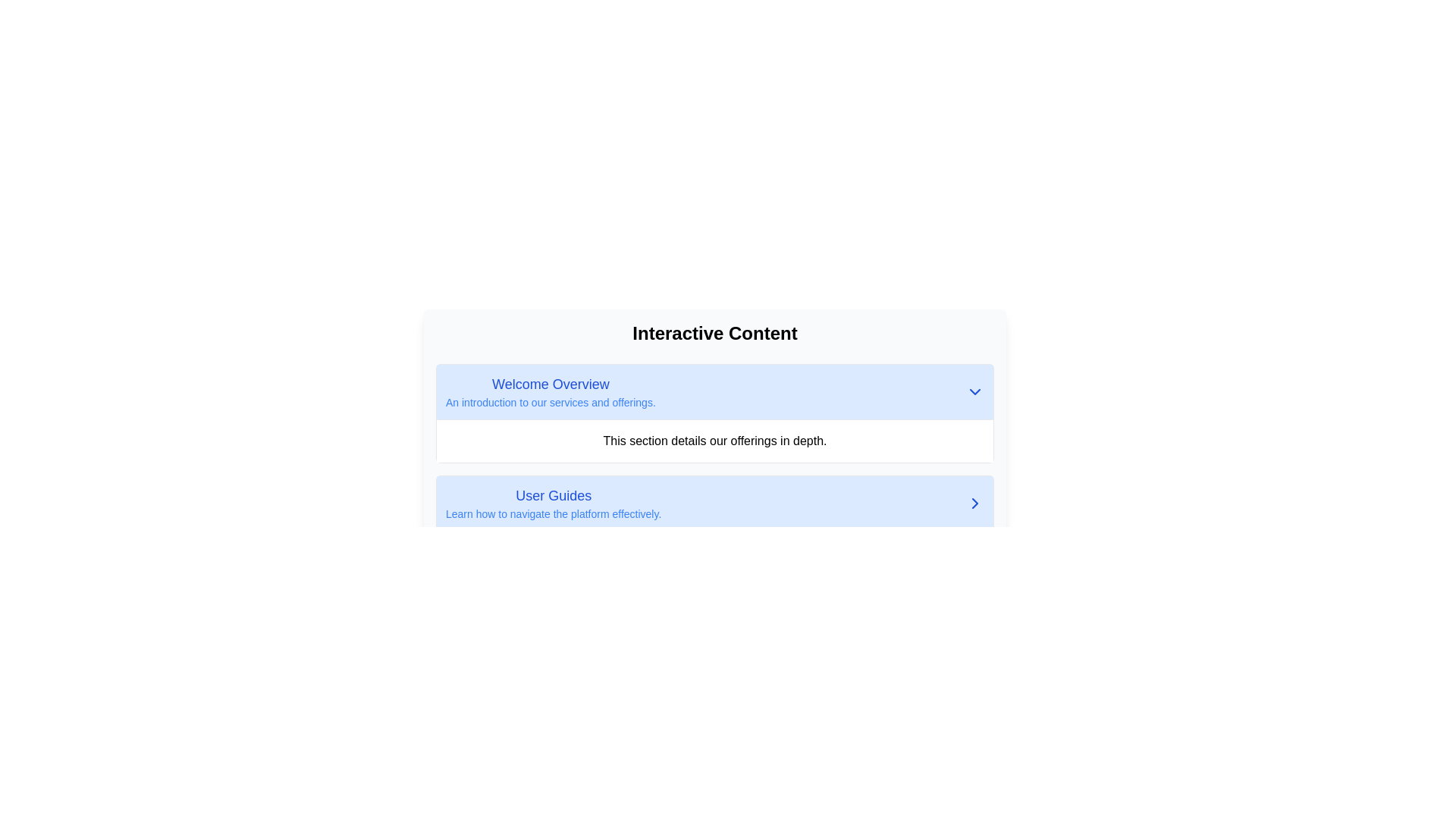 This screenshot has width=1456, height=819. I want to click on the 'User Guides' informational text element, which is located below the 'Welcome Overview' section and above a right-pointing arrow icon, so click(553, 503).